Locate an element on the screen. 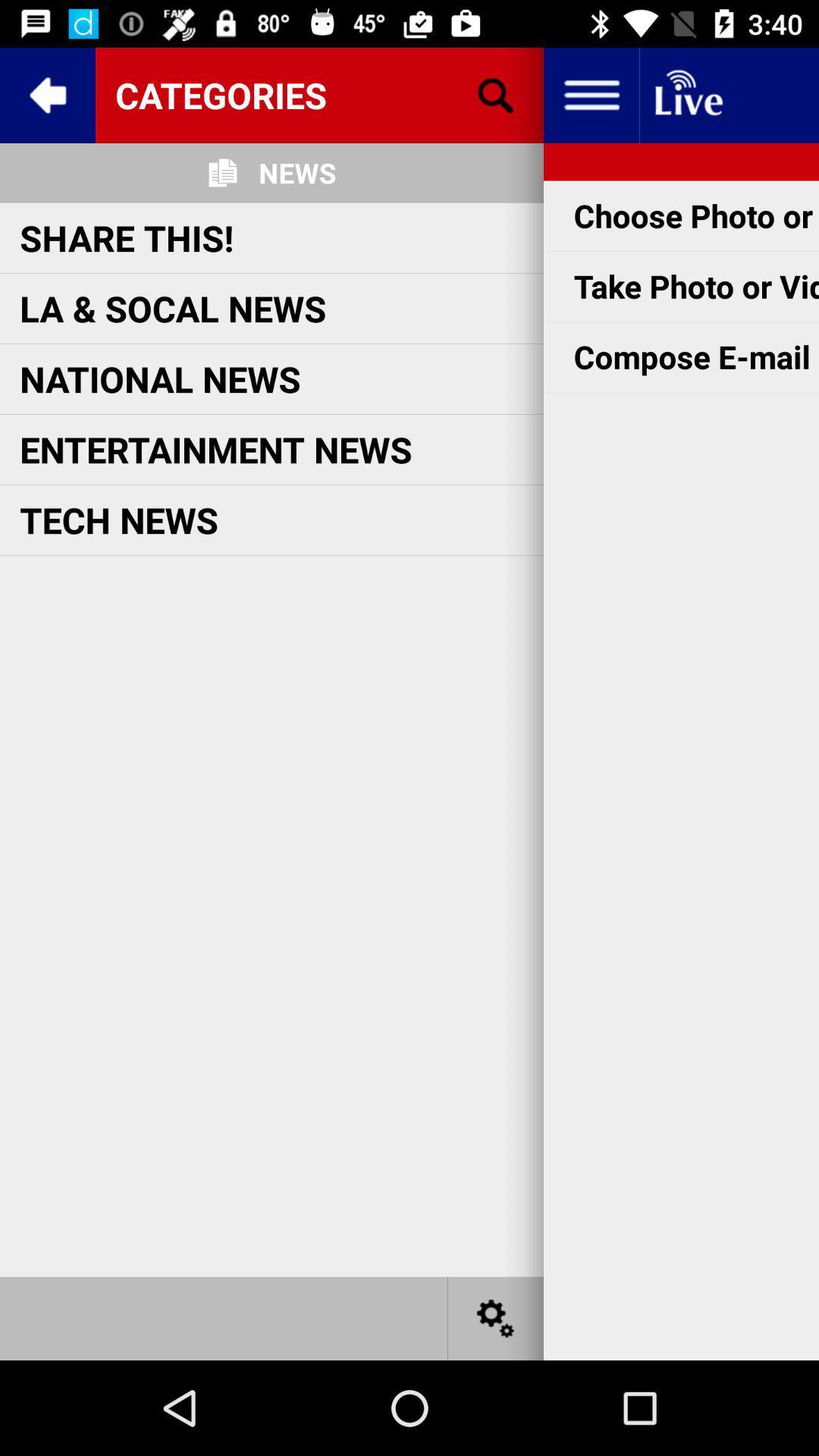 The height and width of the screenshot is (1456, 819). item on the left is located at coordinates (118, 519).